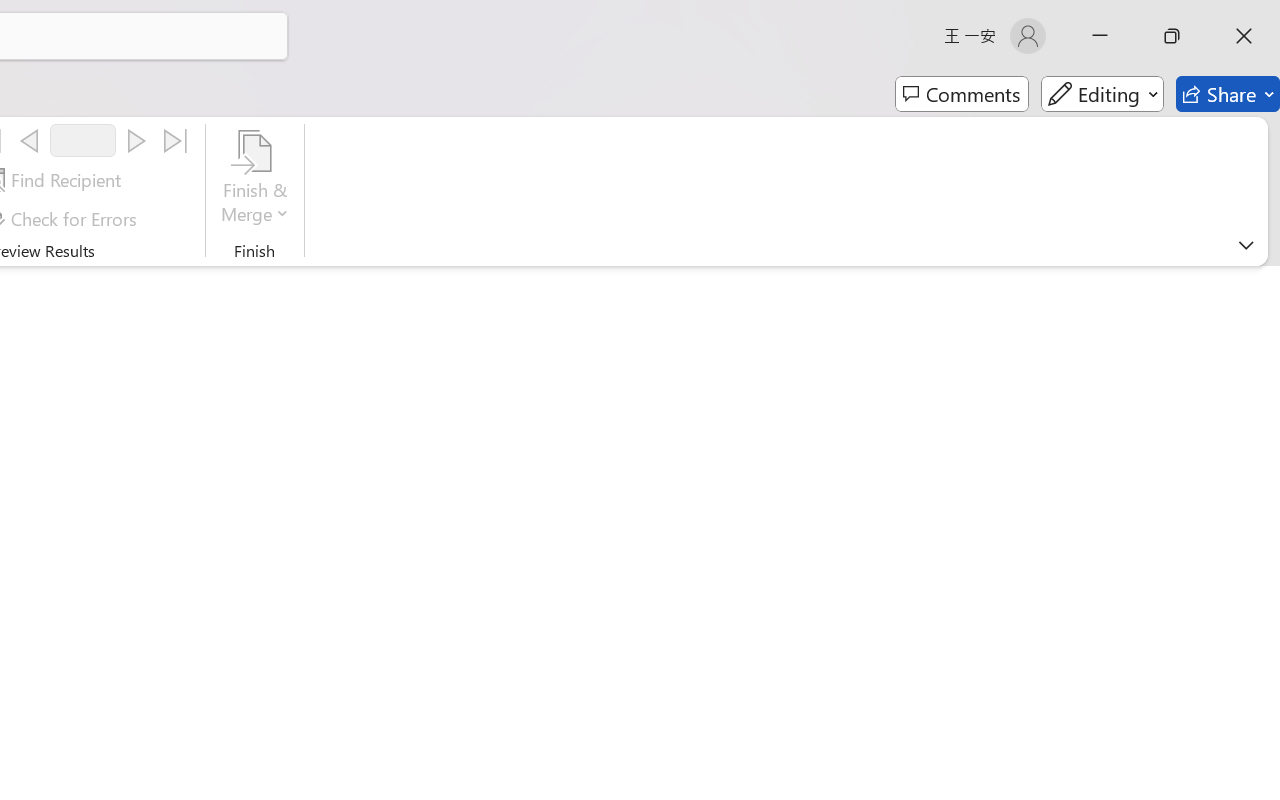  What do you see at coordinates (135, 141) in the screenshot?
I see `'Next'` at bounding box center [135, 141].